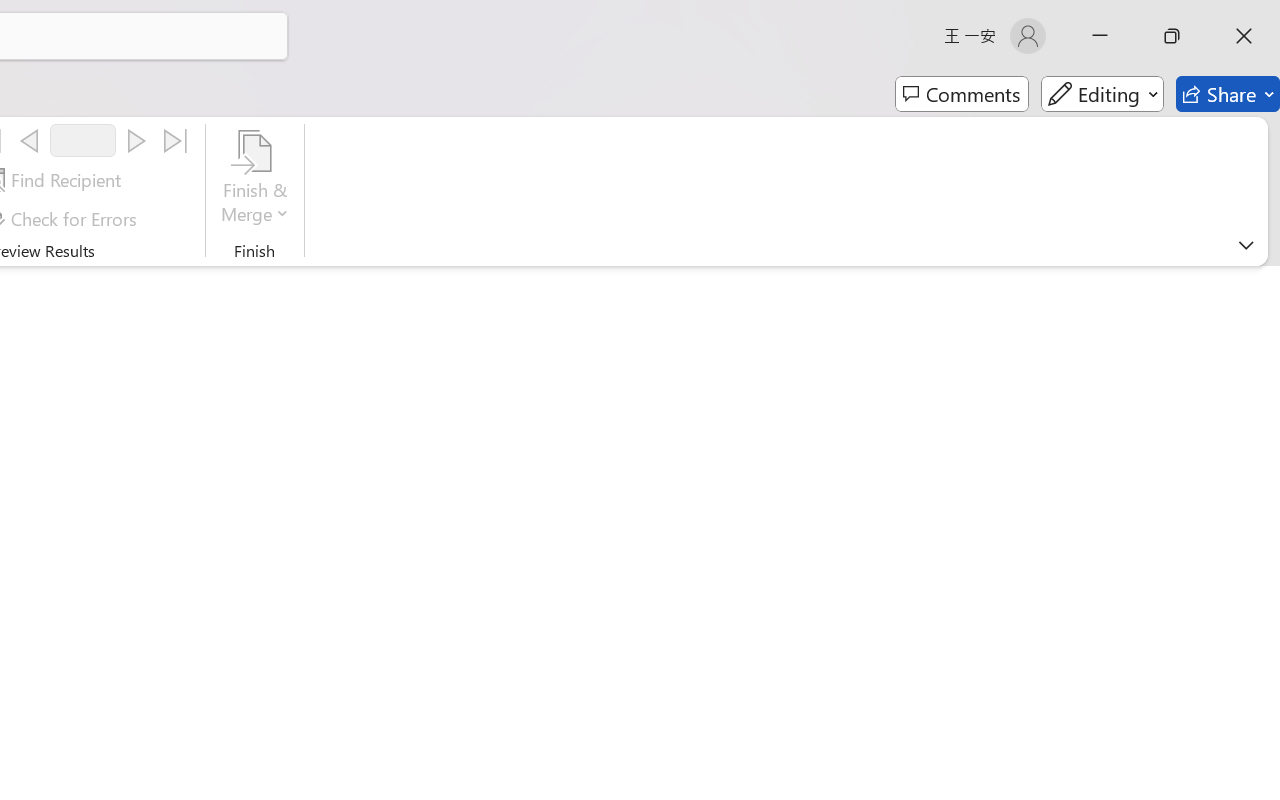  What do you see at coordinates (135, 141) in the screenshot?
I see `'Next'` at bounding box center [135, 141].